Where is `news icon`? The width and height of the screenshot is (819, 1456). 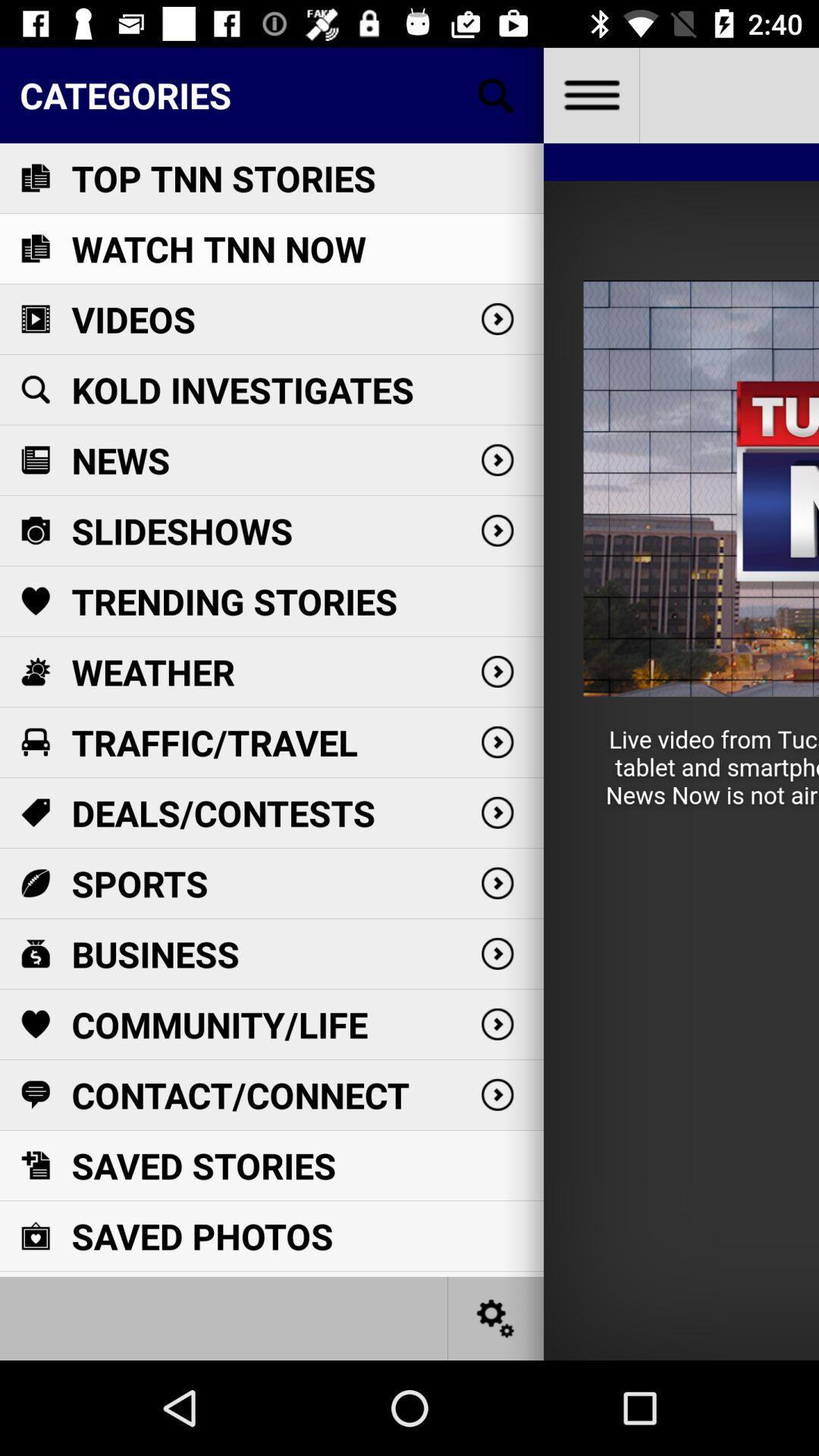
news icon is located at coordinates (34, 459).